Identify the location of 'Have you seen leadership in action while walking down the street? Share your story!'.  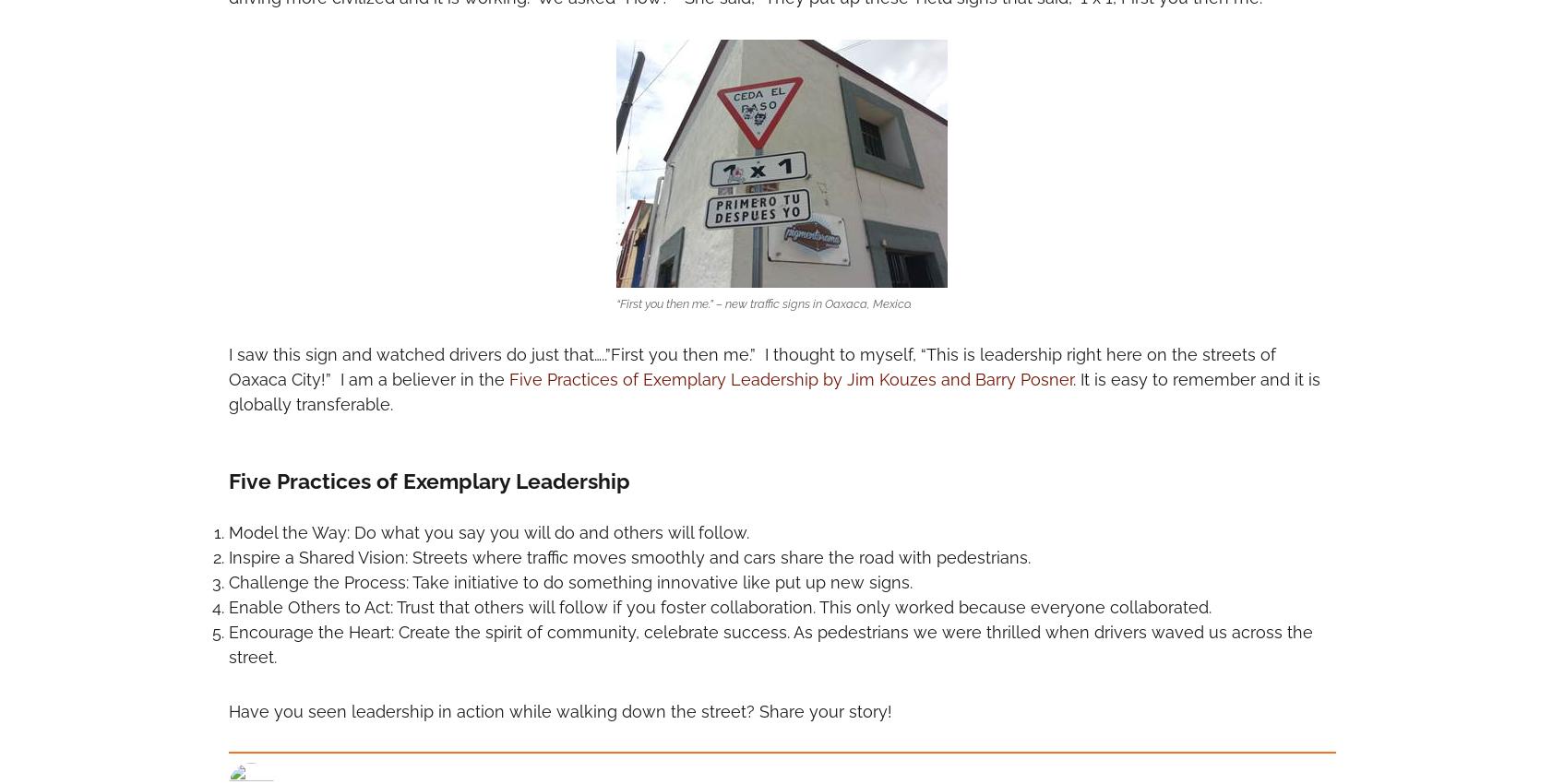
(558, 709).